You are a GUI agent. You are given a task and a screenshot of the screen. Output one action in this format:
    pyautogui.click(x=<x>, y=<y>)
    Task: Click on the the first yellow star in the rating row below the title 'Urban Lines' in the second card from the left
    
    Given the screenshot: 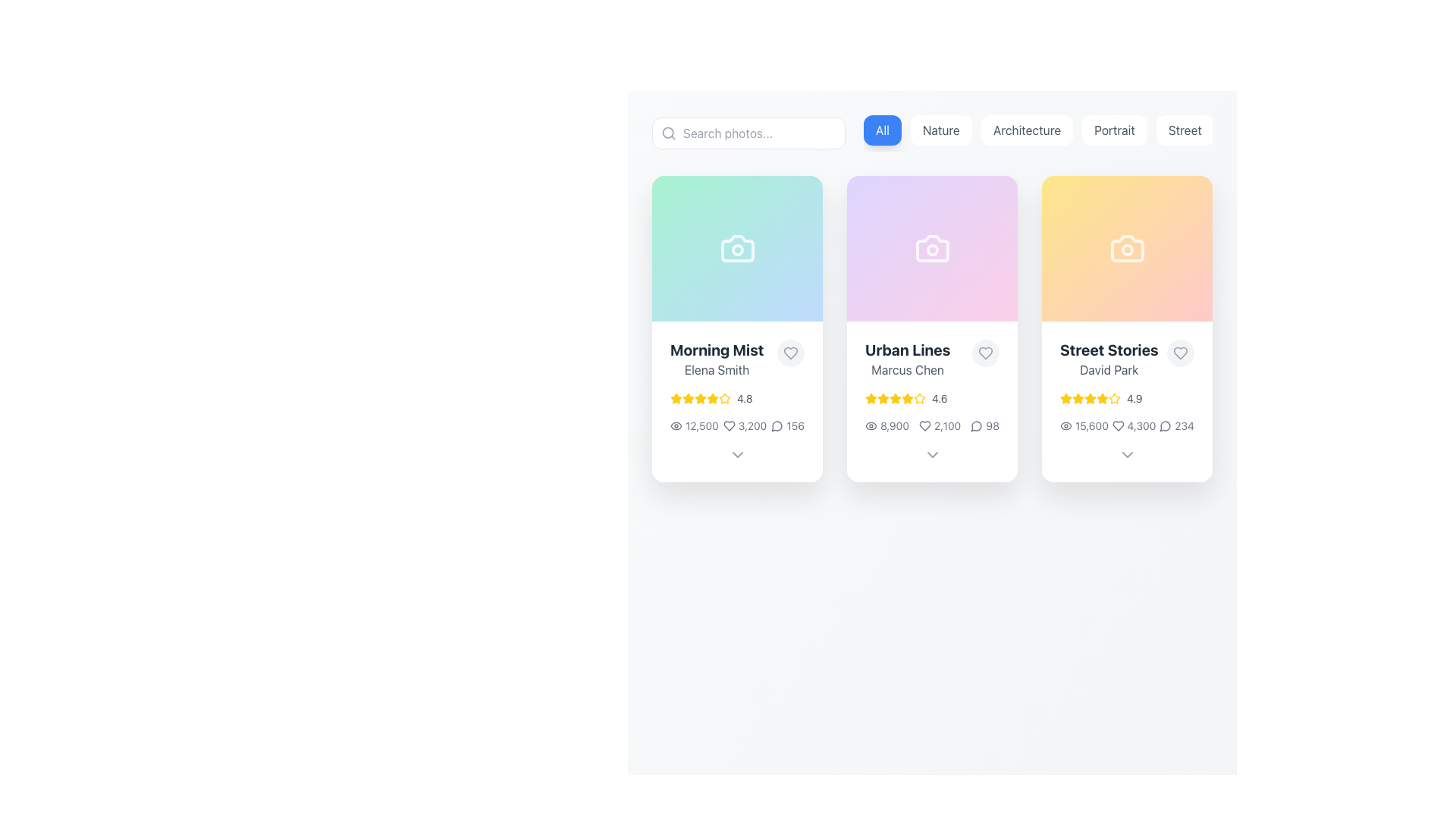 What is the action you would take?
    pyautogui.click(x=871, y=397)
    